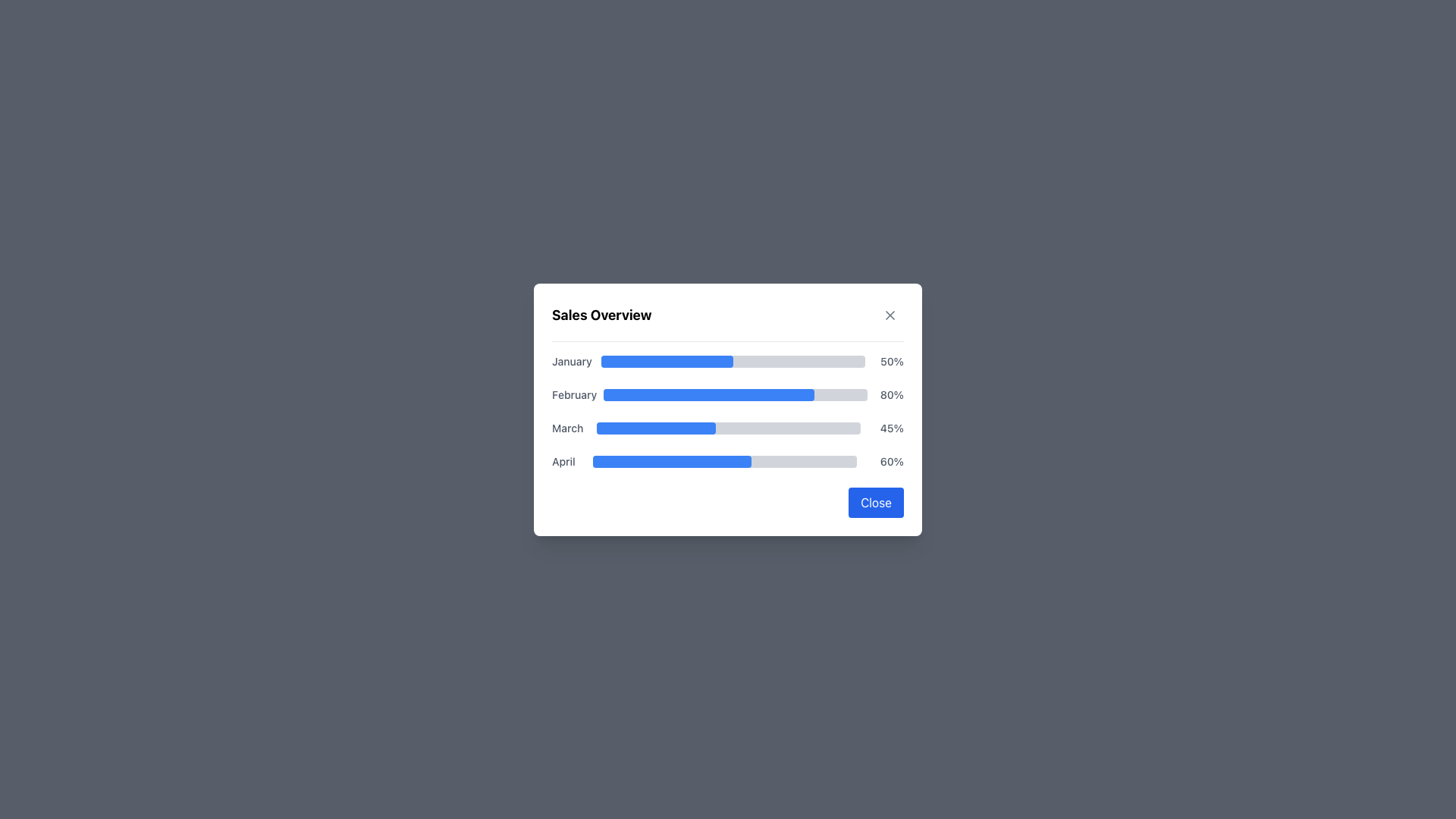 The height and width of the screenshot is (819, 1456). I want to click on the blue 'Close' button with rounded corners located at the bottom-right corner of the popup interface to trigger the hover effect, so click(876, 502).